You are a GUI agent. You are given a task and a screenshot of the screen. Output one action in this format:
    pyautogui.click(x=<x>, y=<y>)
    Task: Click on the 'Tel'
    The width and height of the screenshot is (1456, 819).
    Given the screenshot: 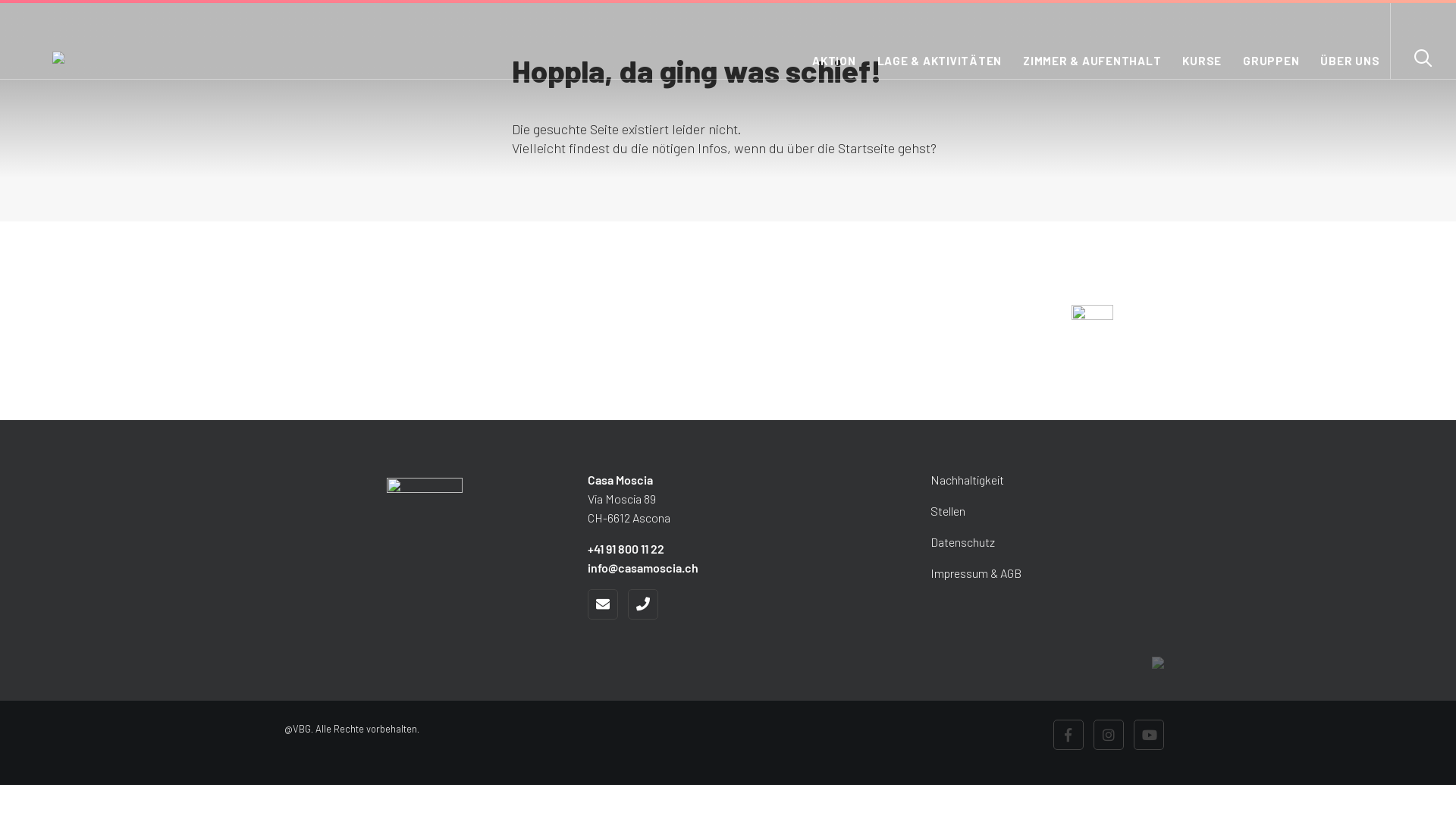 What is the action you would take?
    pyautogui.click(x=643, y=604)
    